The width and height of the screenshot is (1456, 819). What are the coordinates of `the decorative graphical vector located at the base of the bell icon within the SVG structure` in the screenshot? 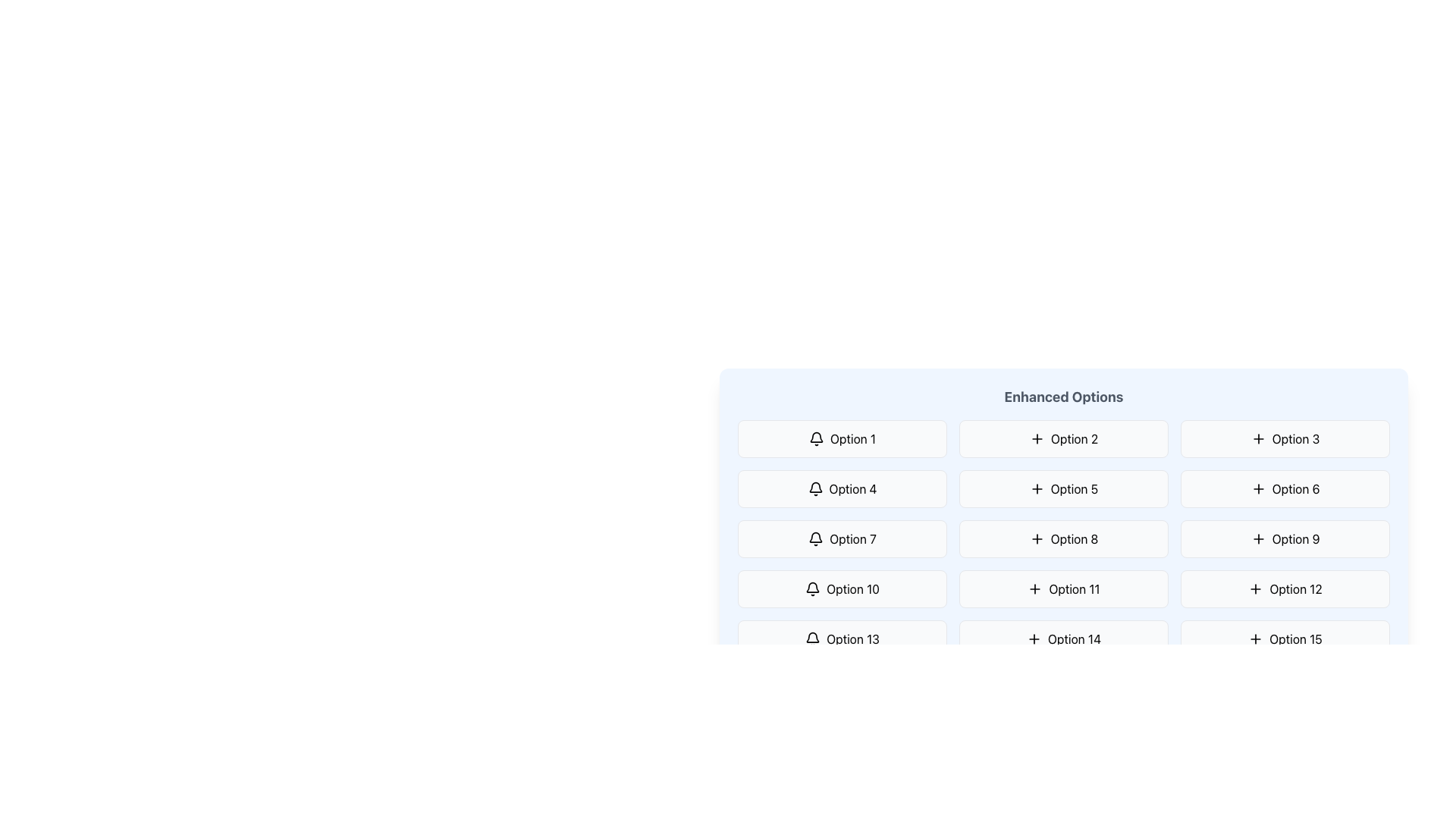 It's located at (812, 637).